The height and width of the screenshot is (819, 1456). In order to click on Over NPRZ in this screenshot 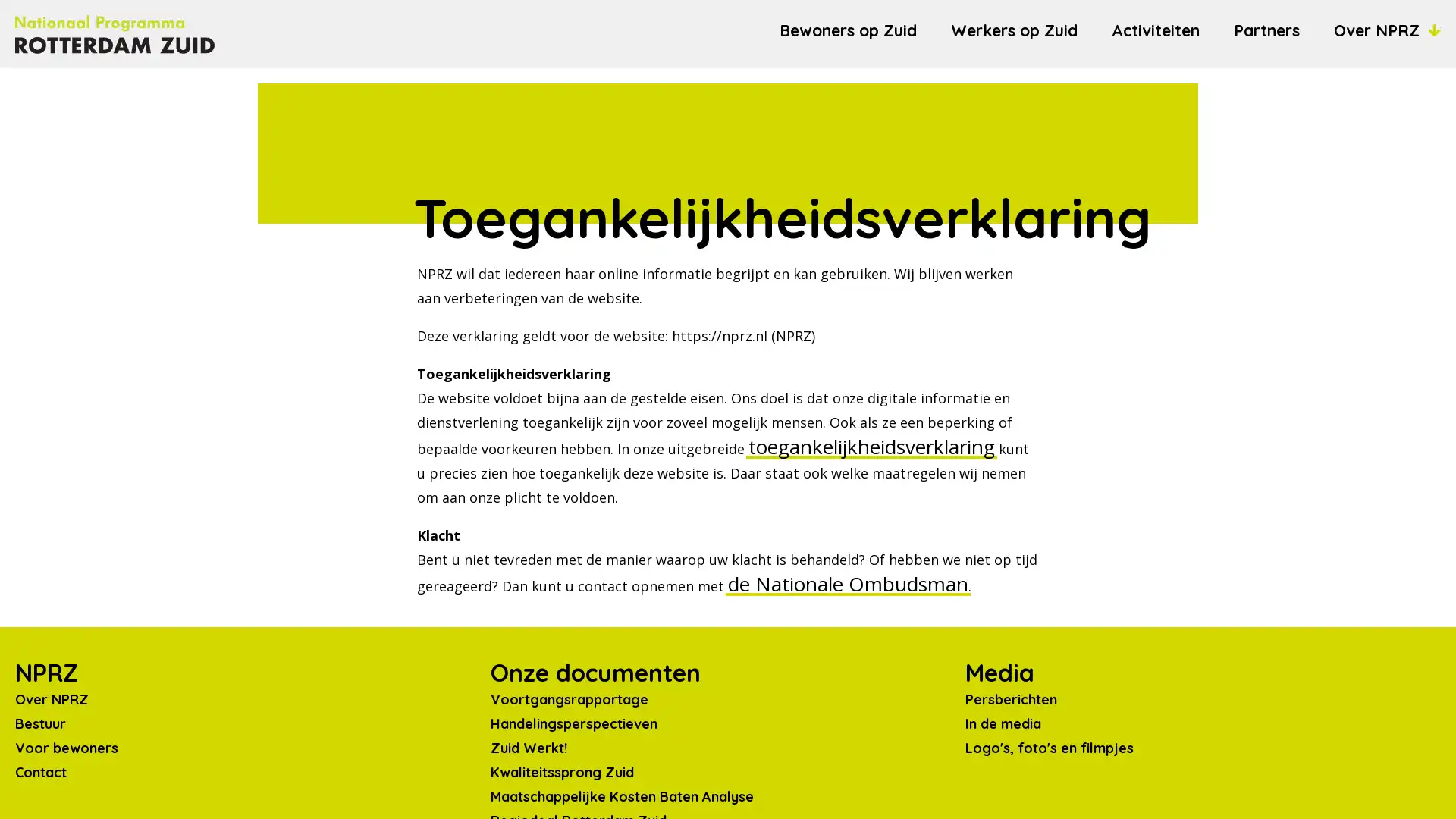, I will do `click(1387, 30)`.